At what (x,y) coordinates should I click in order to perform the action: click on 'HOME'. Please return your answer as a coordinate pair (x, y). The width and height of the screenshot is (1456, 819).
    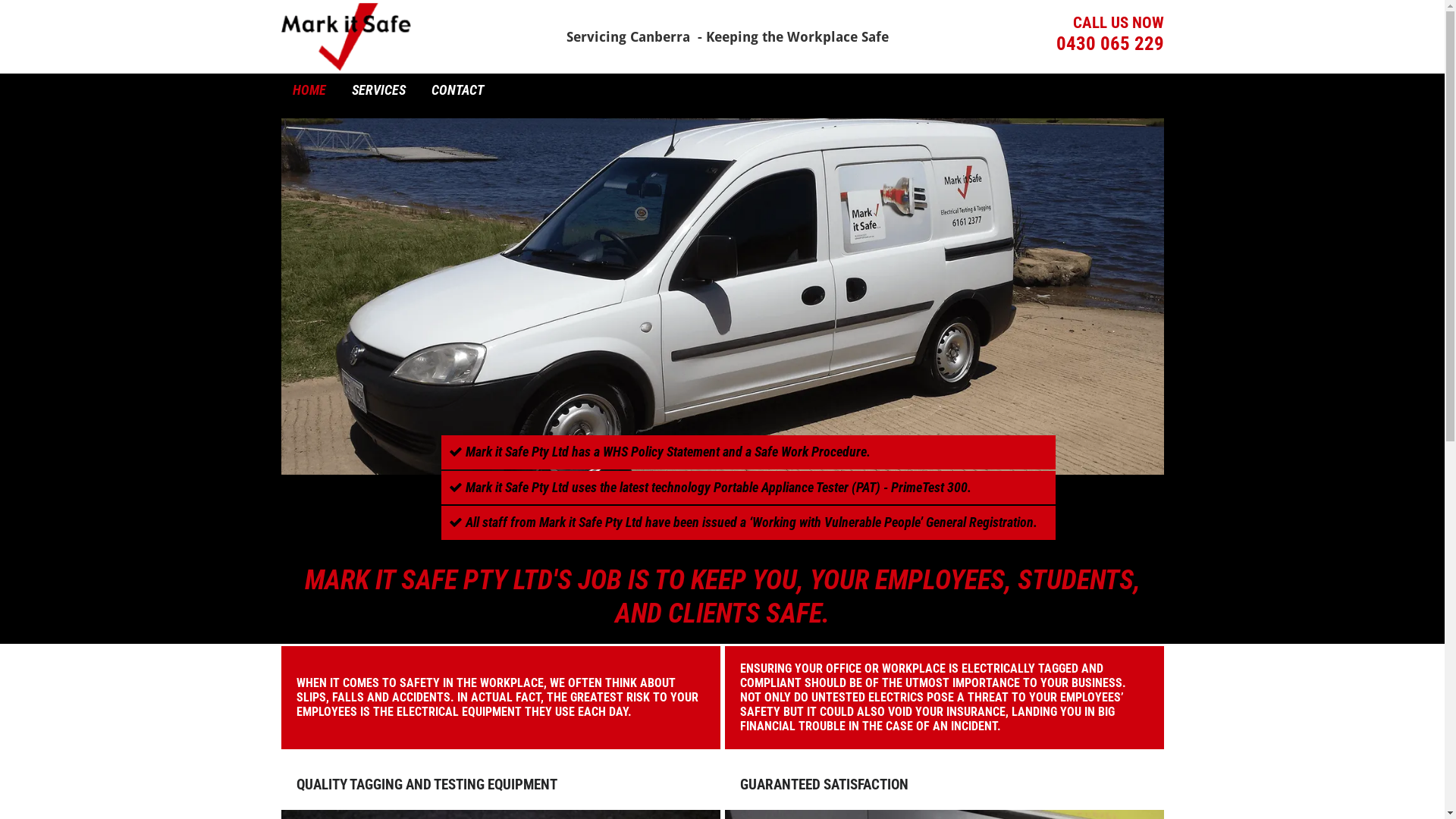
    Looking at the image, I should click on (309, 90).